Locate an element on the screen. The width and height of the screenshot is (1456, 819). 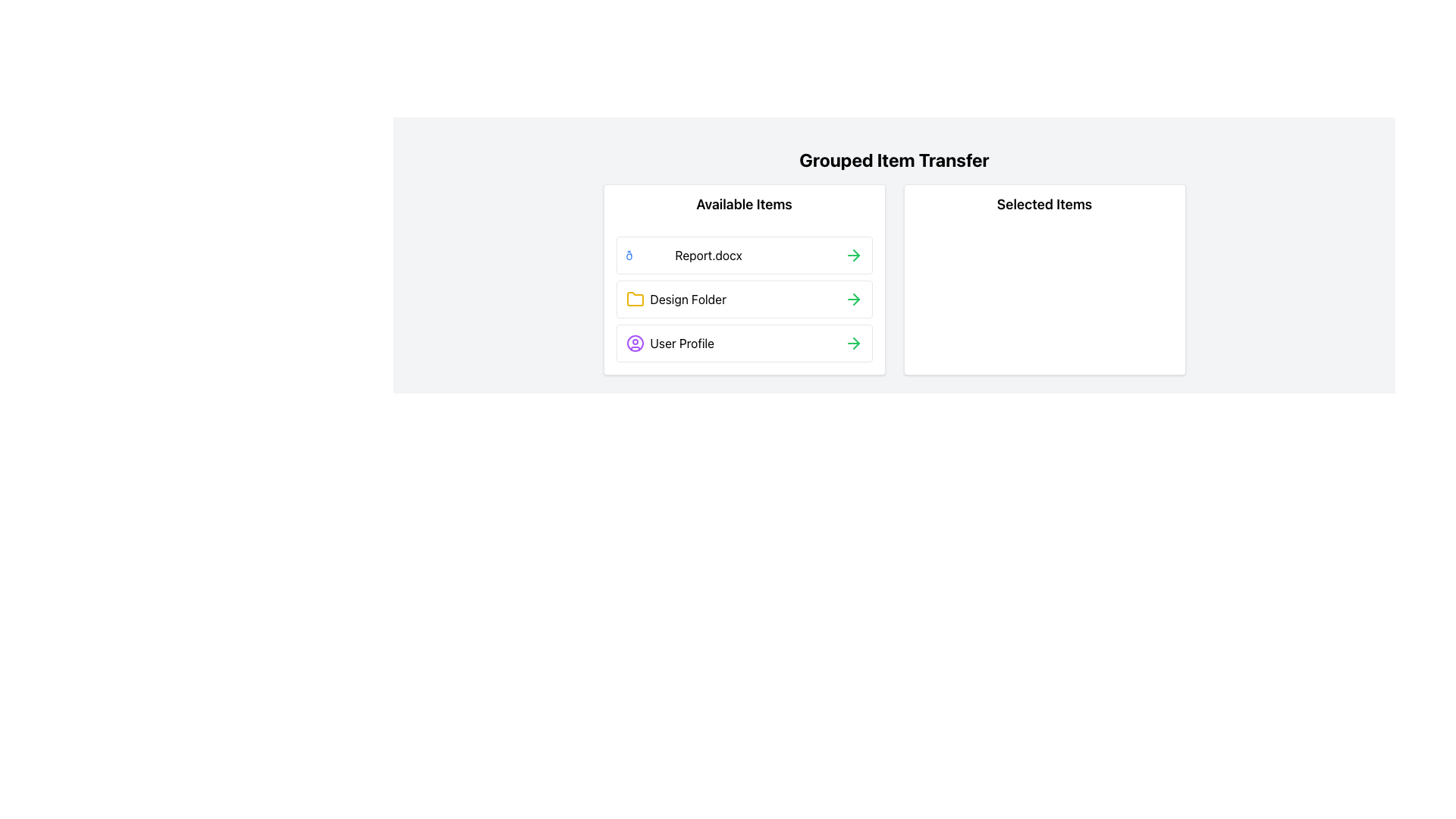
the tip of the SVG arrow icon indicating the 'Report.docx' item in the 'Available Items' list is located at coordinates (855, 299).